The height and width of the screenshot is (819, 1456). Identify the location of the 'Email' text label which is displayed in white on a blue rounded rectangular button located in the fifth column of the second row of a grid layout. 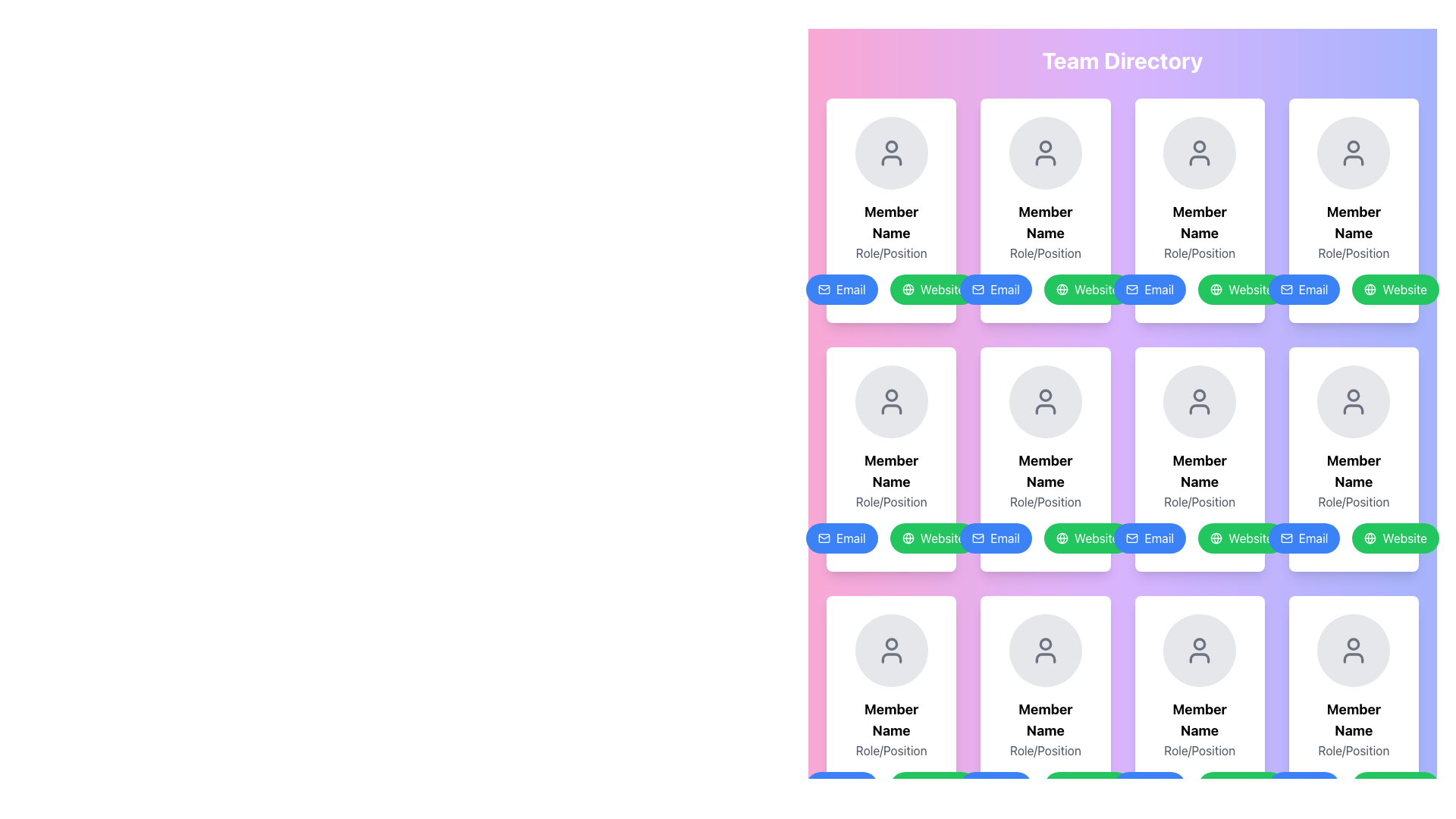
(1158, 289).